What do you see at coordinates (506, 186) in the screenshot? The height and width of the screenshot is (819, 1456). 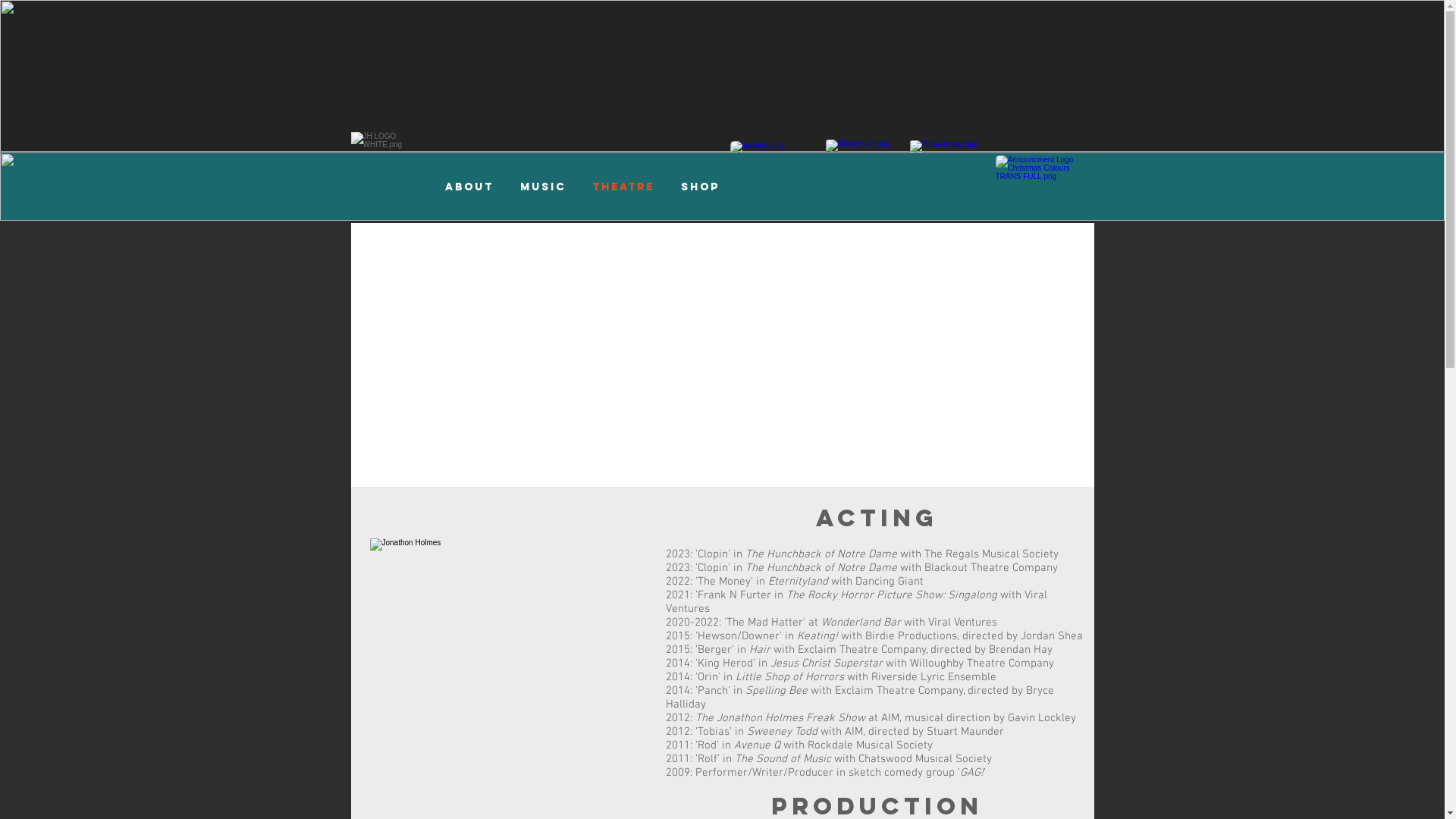 I see `'MUSIC'` at bounding box center [506, 186].